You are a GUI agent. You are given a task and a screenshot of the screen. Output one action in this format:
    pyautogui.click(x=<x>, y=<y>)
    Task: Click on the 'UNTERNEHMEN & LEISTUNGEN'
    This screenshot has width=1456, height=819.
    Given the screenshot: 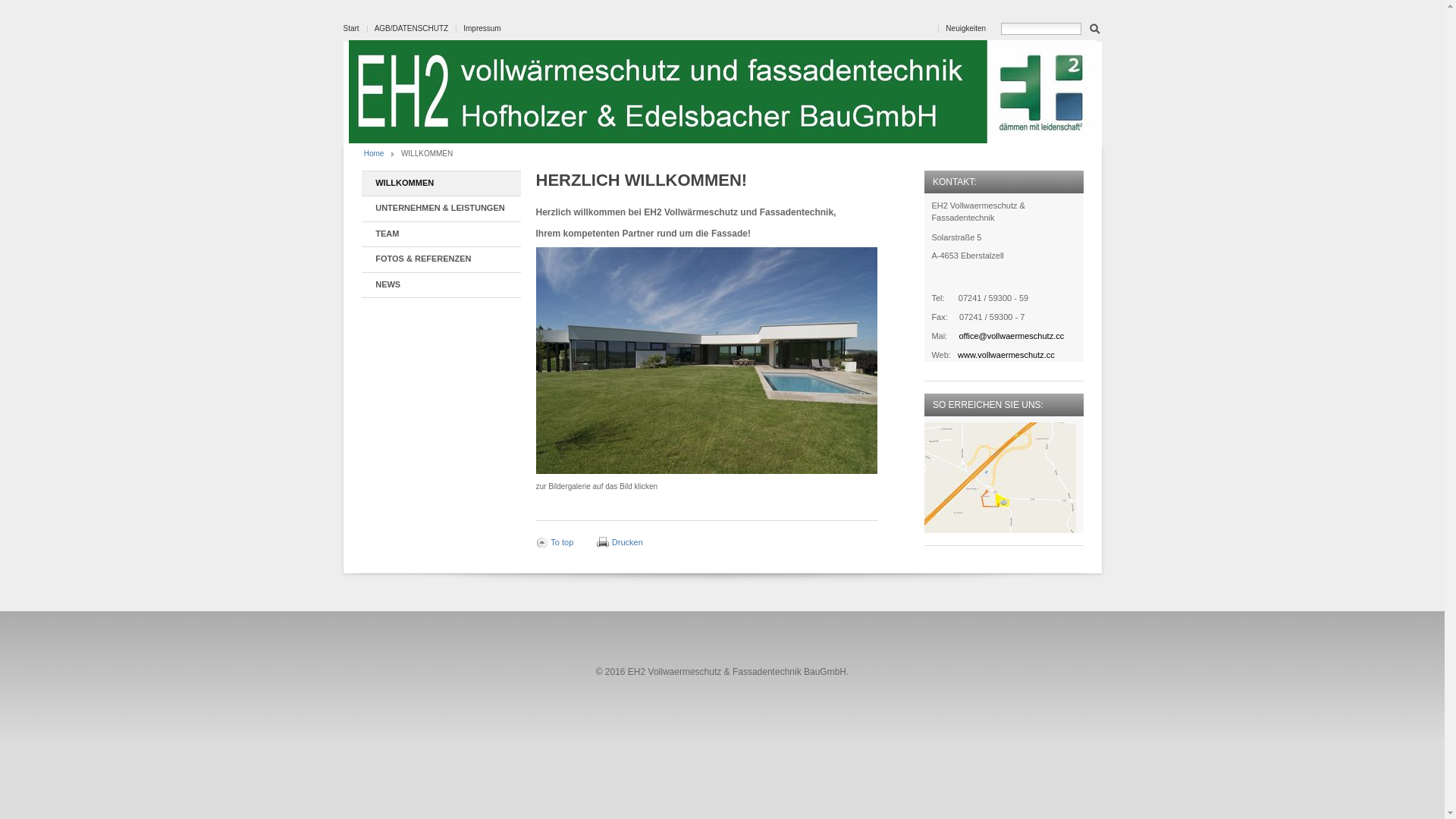 What is the action you would take?
    pyautogui.click(x=439, y=209)
    